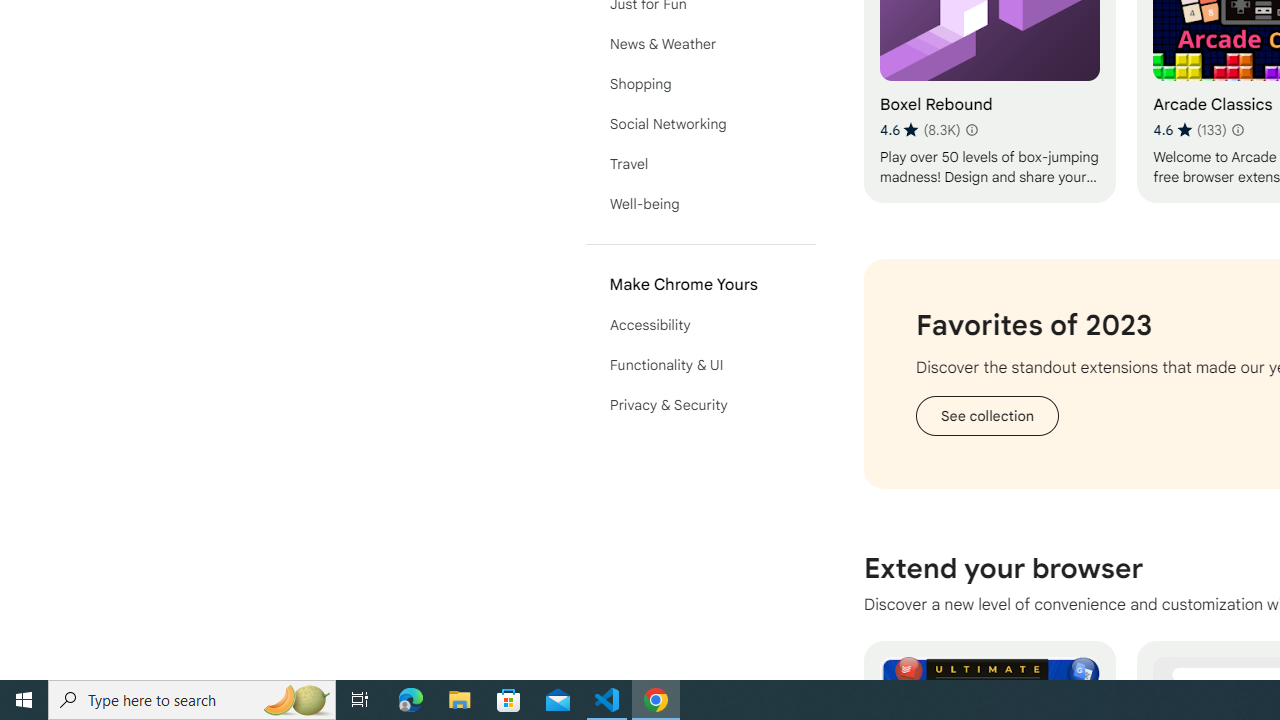  Describe the element at coordinates (700, 163) in the screenshot. I see `'Travel'` at that location.